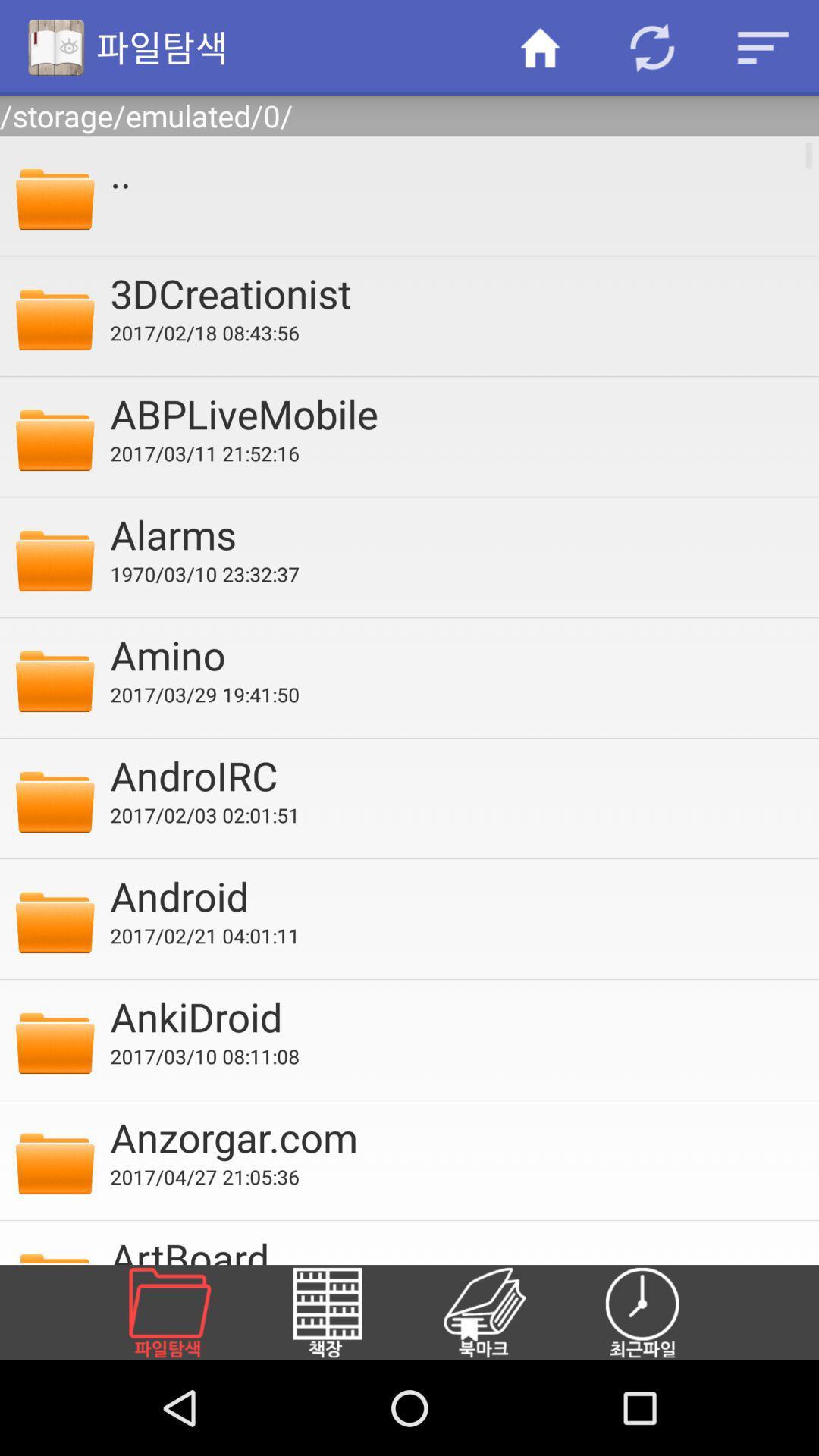 Image resolution: width=819 pixels, height=1456 pixels. Describe the element at coordinates (453, 775) in the screenshot. I see `item below the 2017 03 29 item` at that location.